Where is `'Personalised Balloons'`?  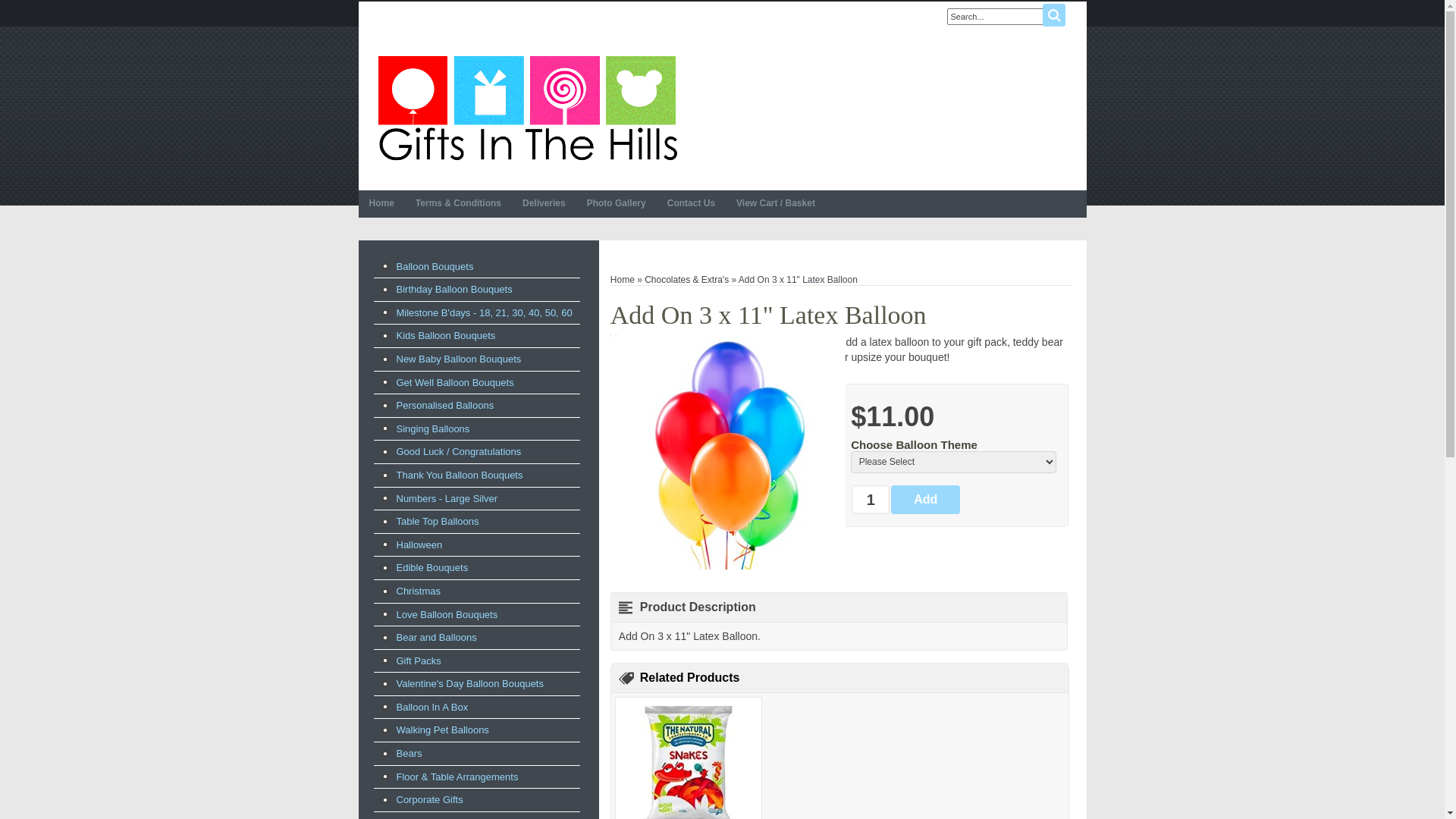
'Personalised Balloons' is located at coordinates (475, 405).